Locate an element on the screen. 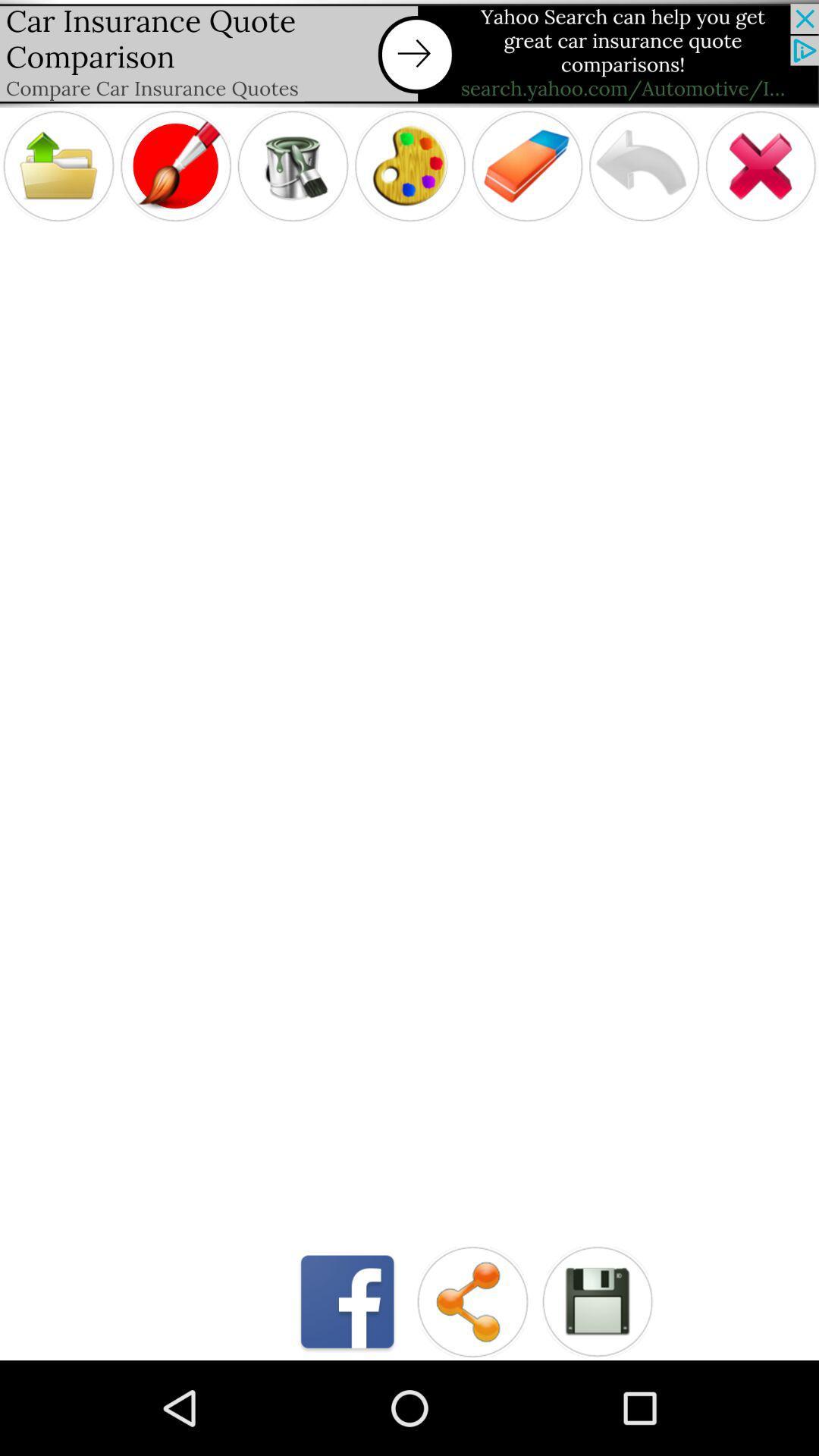 The height and width of the screenshot is (1456, 819). eraser is located at coordinates (526, 166).